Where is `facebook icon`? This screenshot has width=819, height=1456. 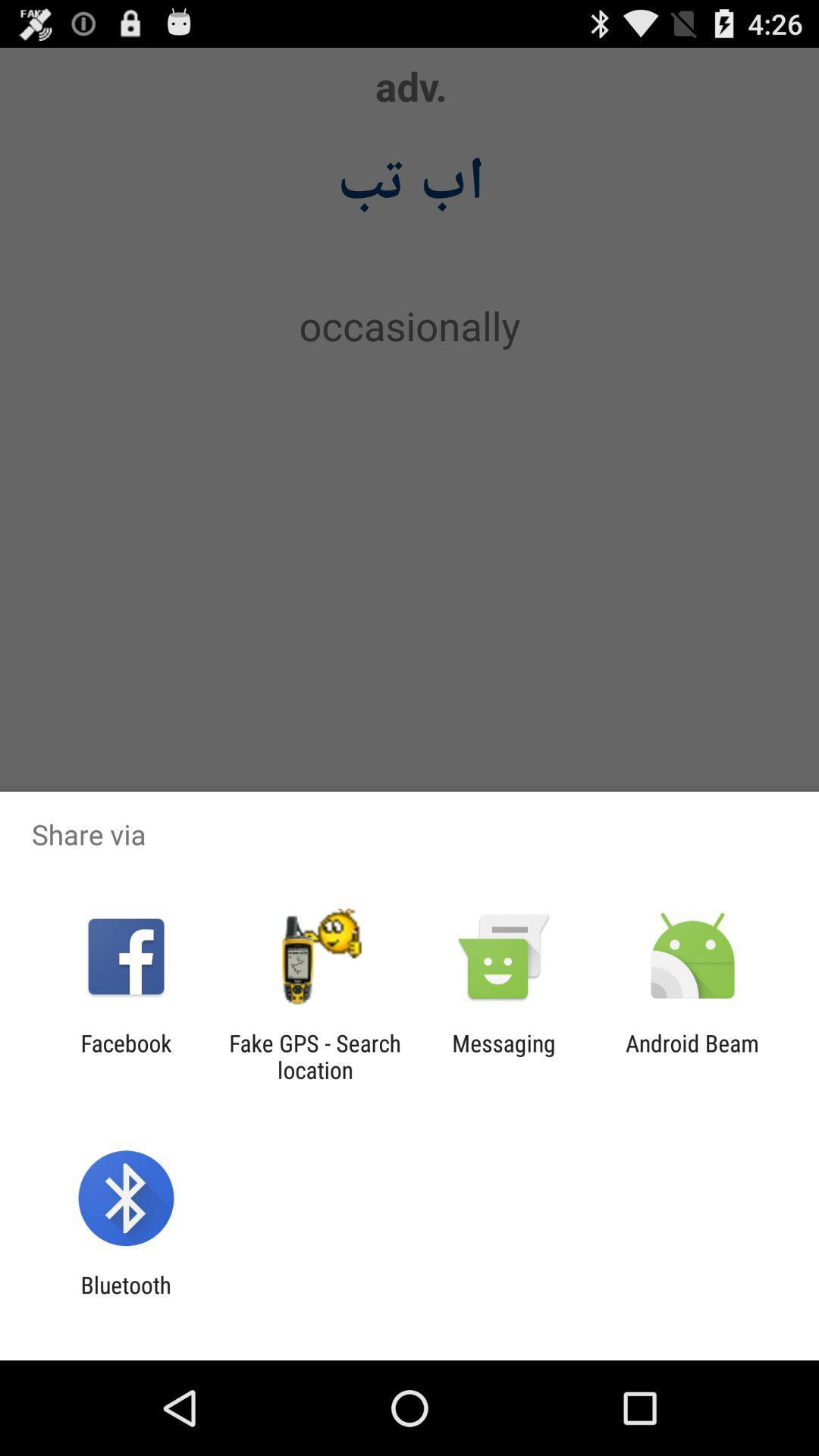
facebook icon is located at coordinates (125, 1056).